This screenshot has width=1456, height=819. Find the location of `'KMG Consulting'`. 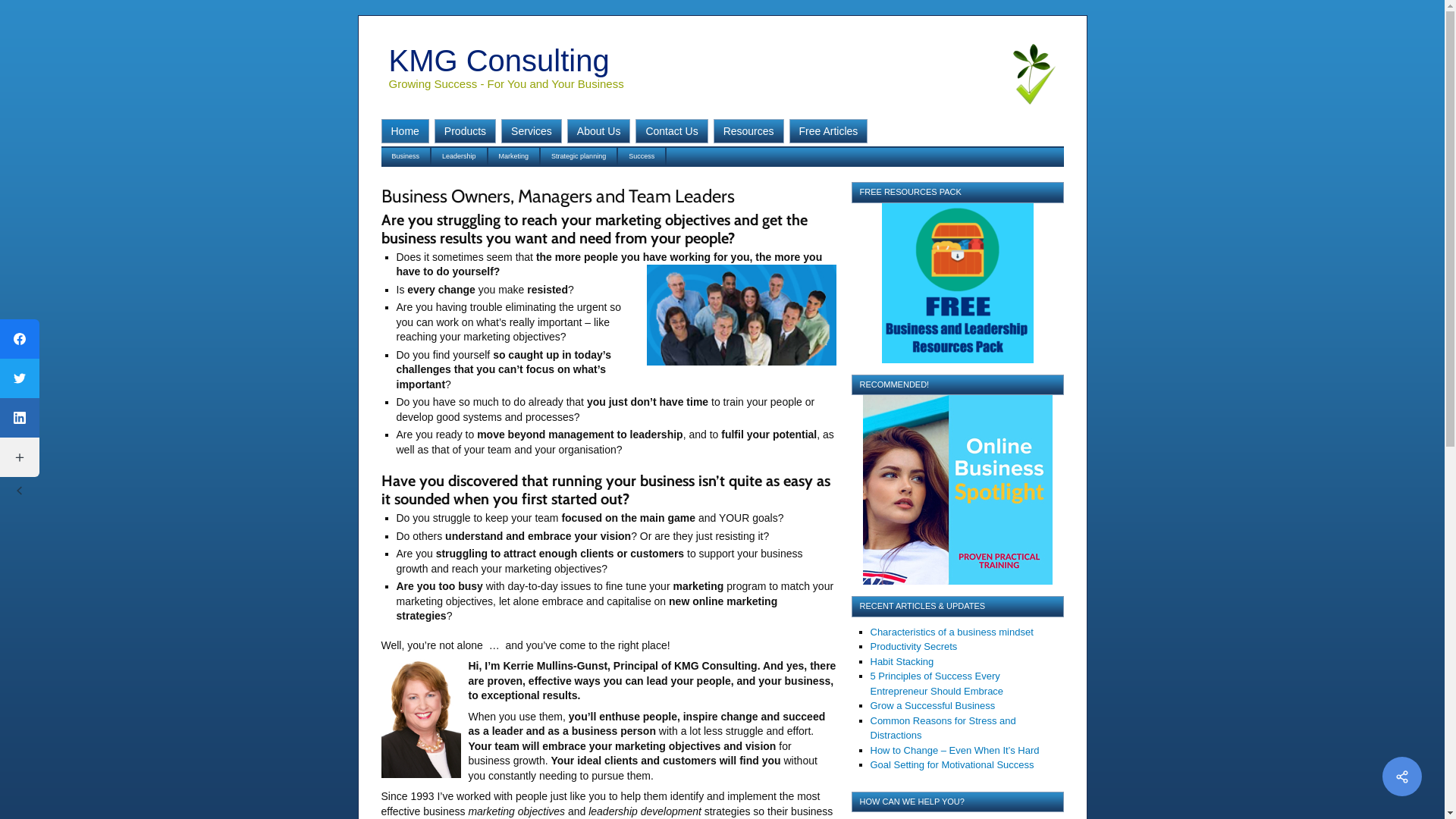

'KMG Consulting' is located at coordinates (498, 60).